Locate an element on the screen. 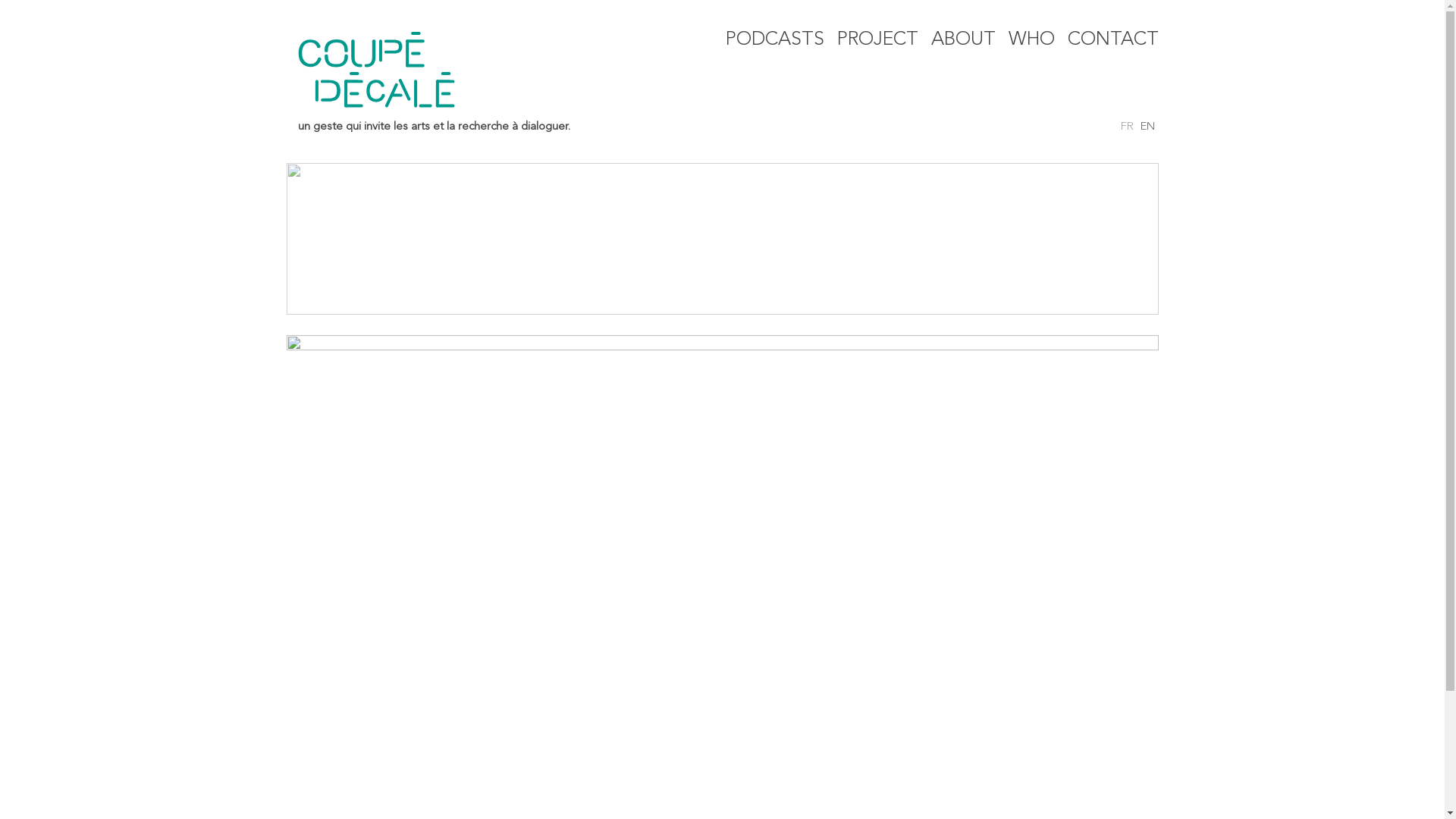 The image size is (1456, 819). 'ABOUT' is located at coordinates (962, 39).